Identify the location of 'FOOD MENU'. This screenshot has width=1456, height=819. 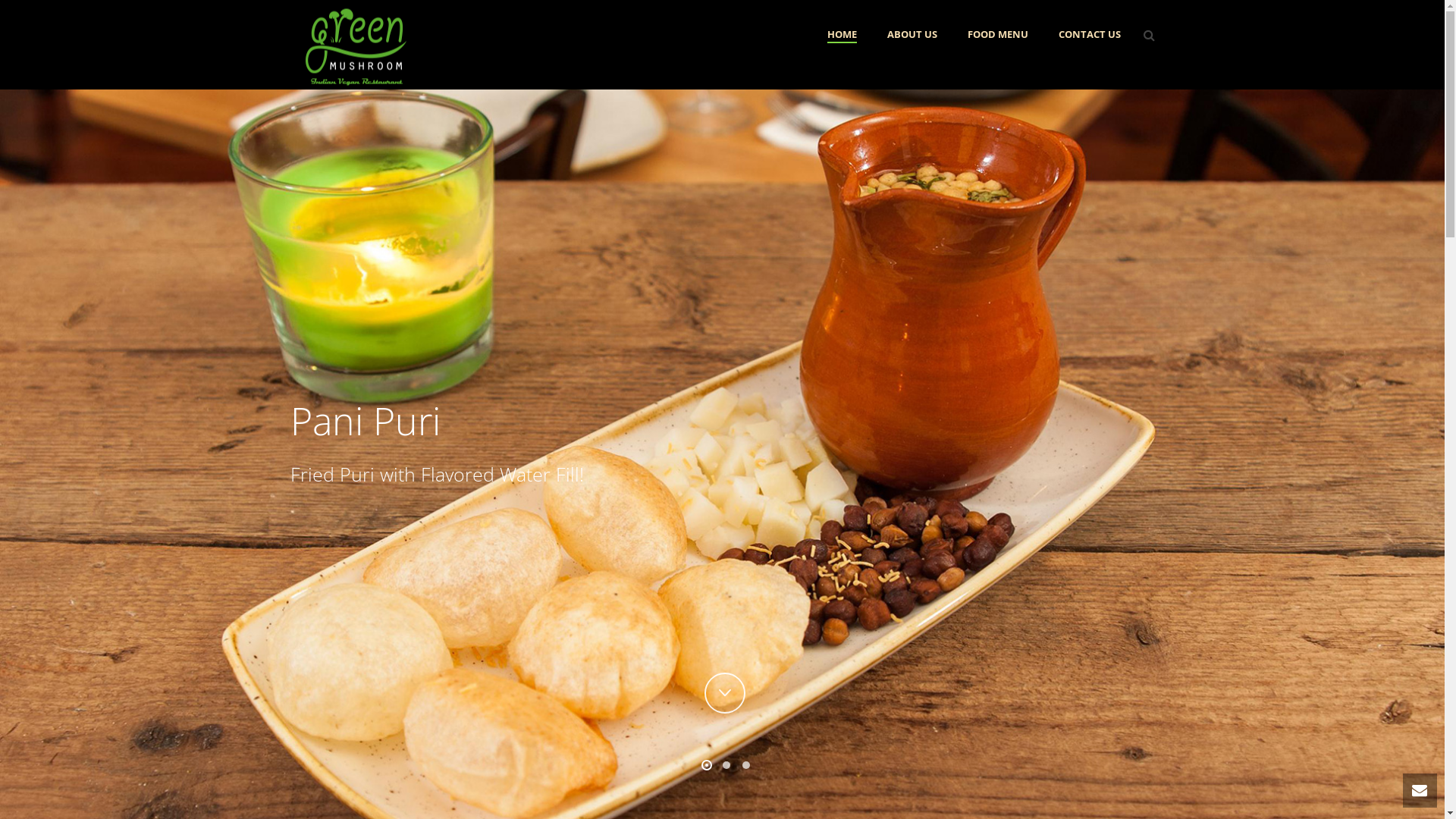
(997, 34).